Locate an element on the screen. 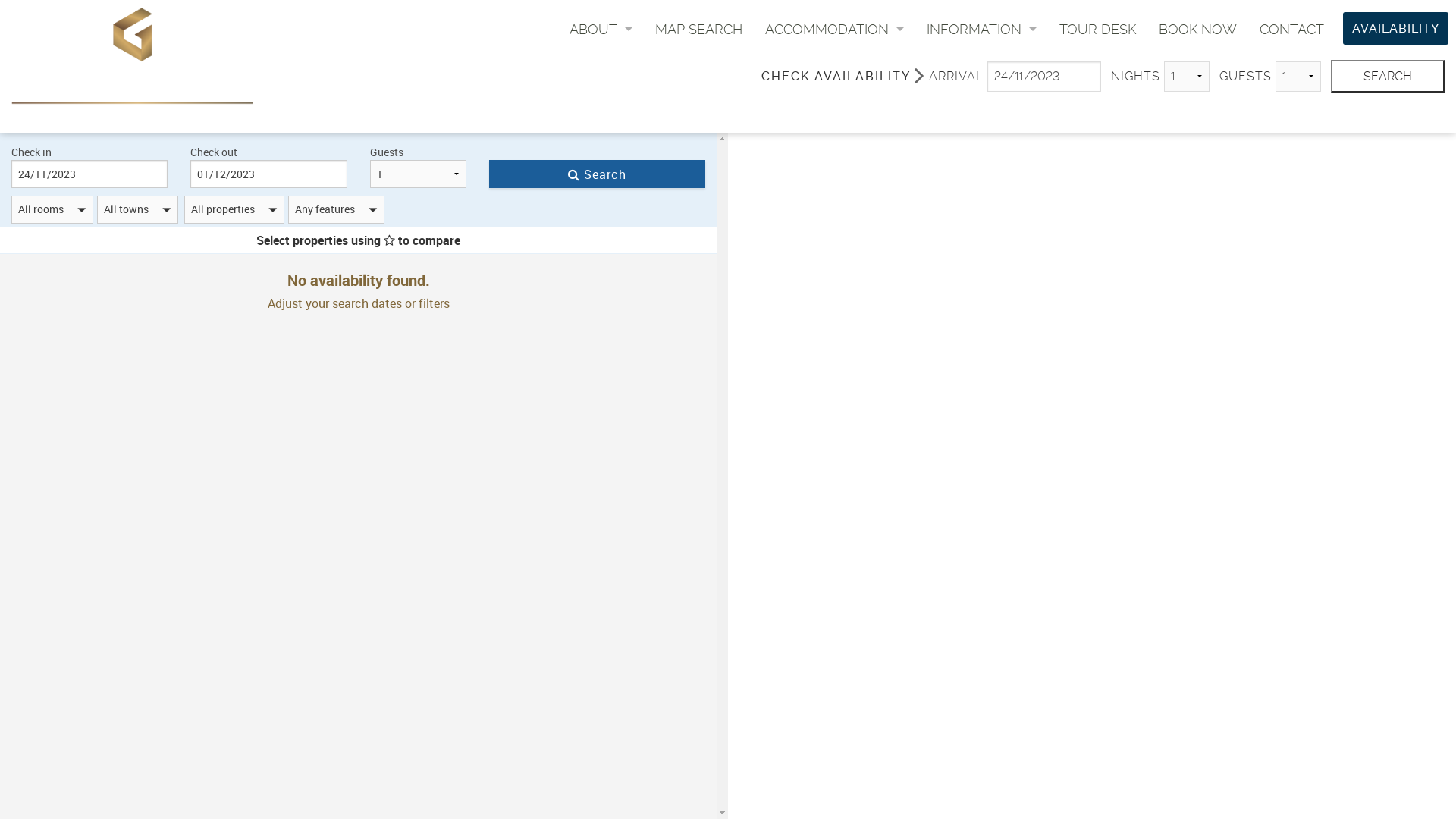  'ABOUT' is located at coordinates (600, 29).